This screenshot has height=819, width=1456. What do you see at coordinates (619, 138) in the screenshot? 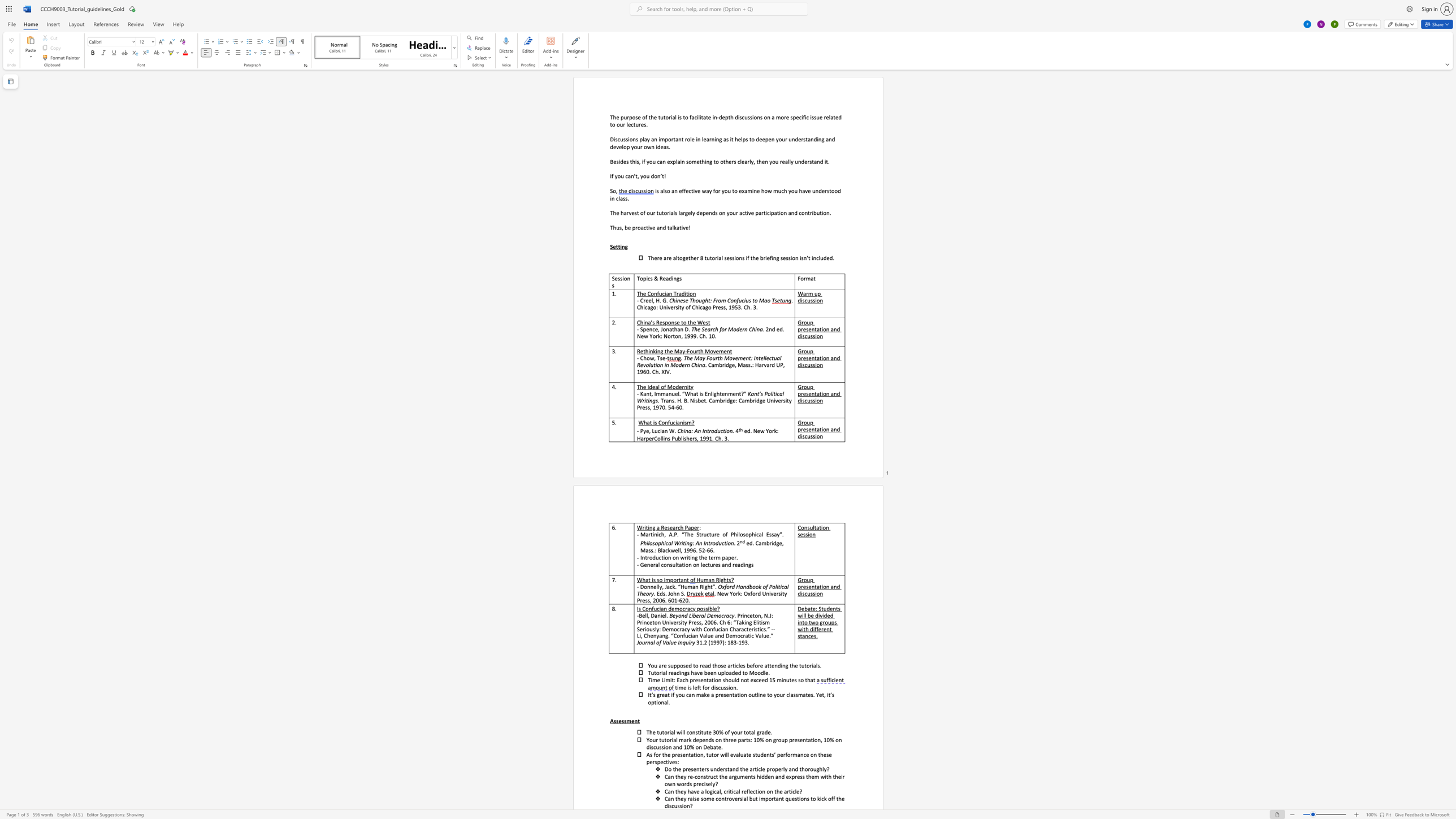
I see `the 1th character "c" in the text` at bounding box center [619, 138].